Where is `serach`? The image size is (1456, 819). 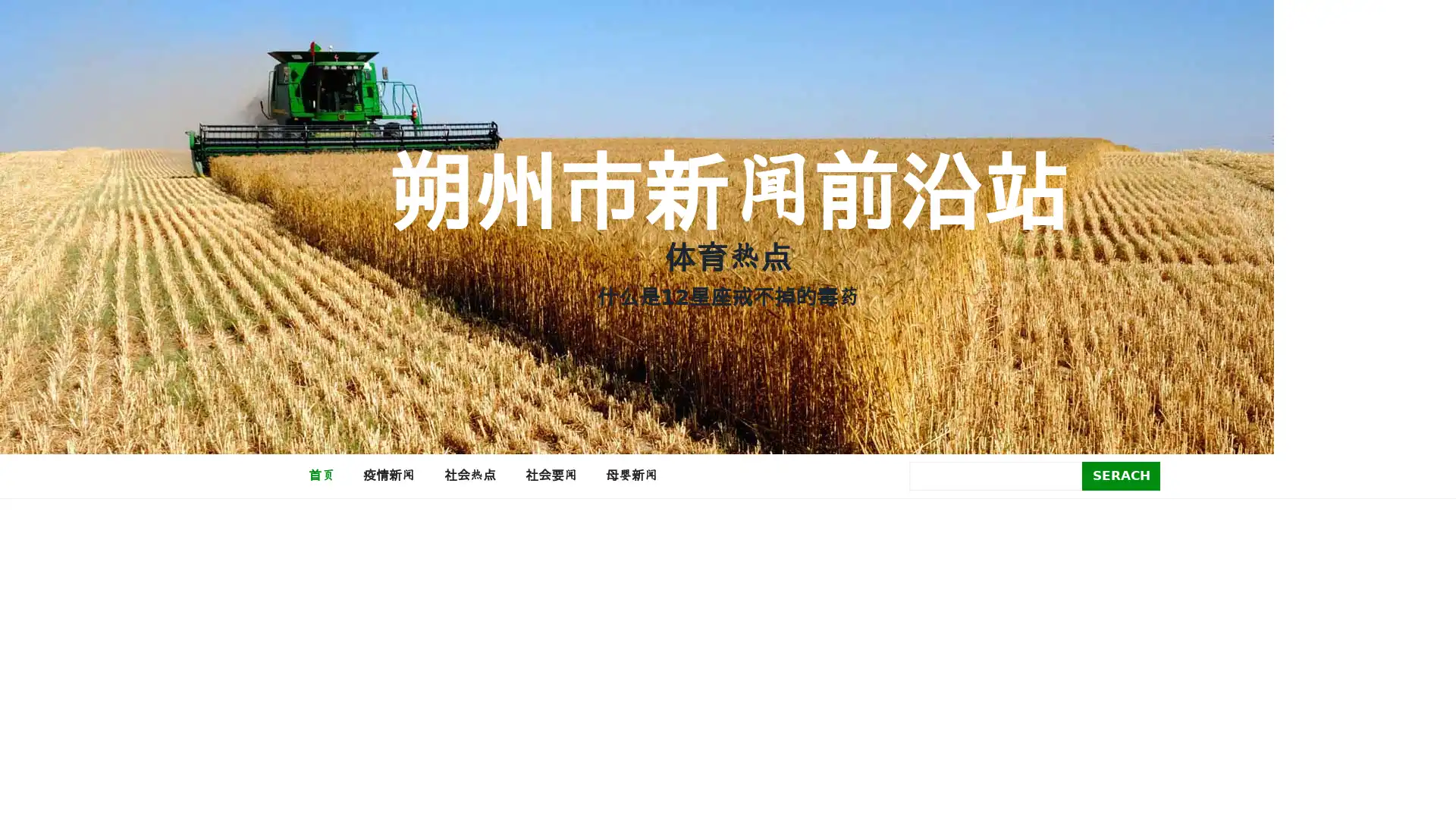 serach is located at coordinates (1121, 475).